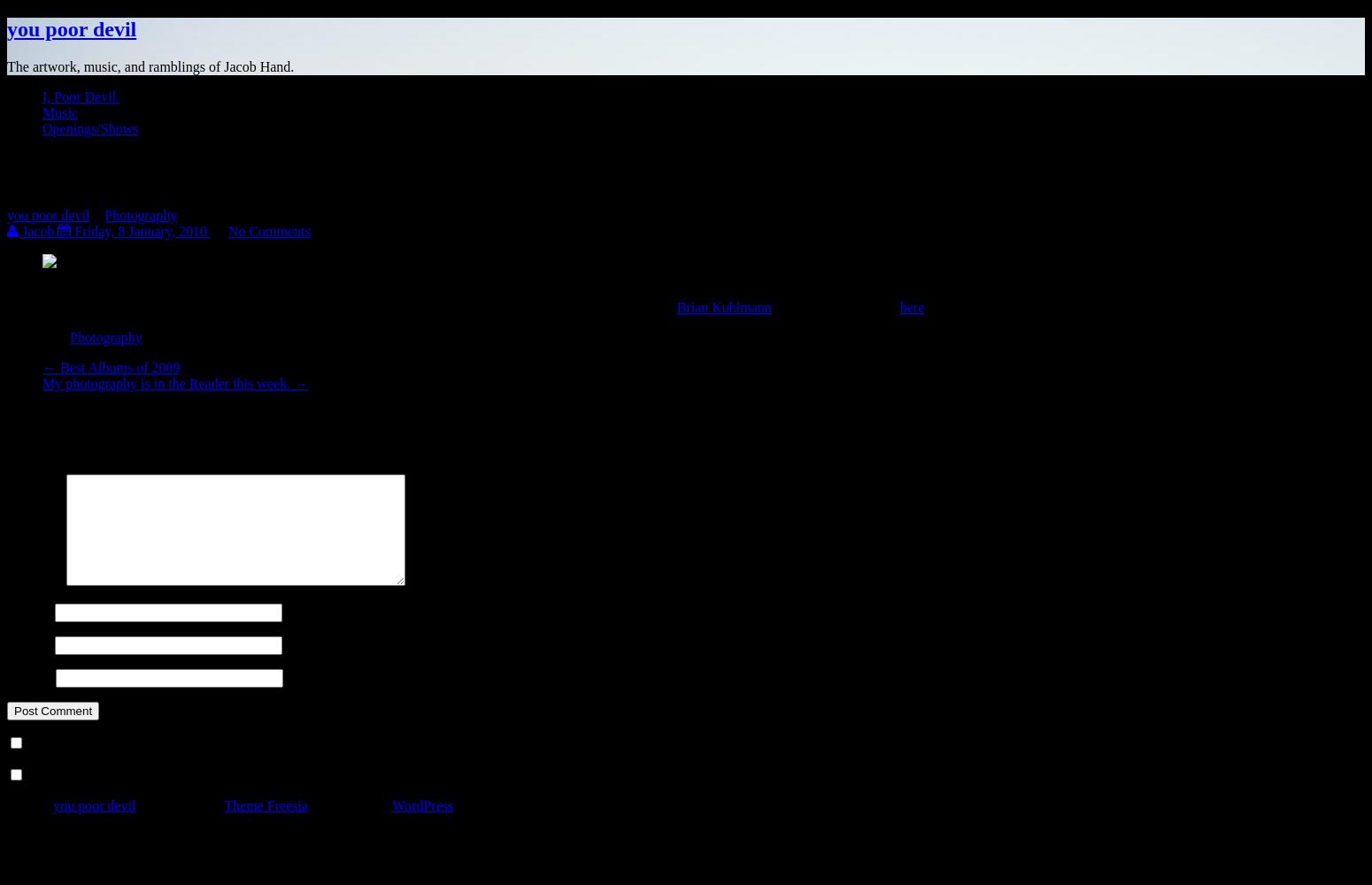  What do you see at coordinates (152, 743) in the screenshot?
I see `'Notify me of follow-up comments by email.'` at bounding box center [152, 743].